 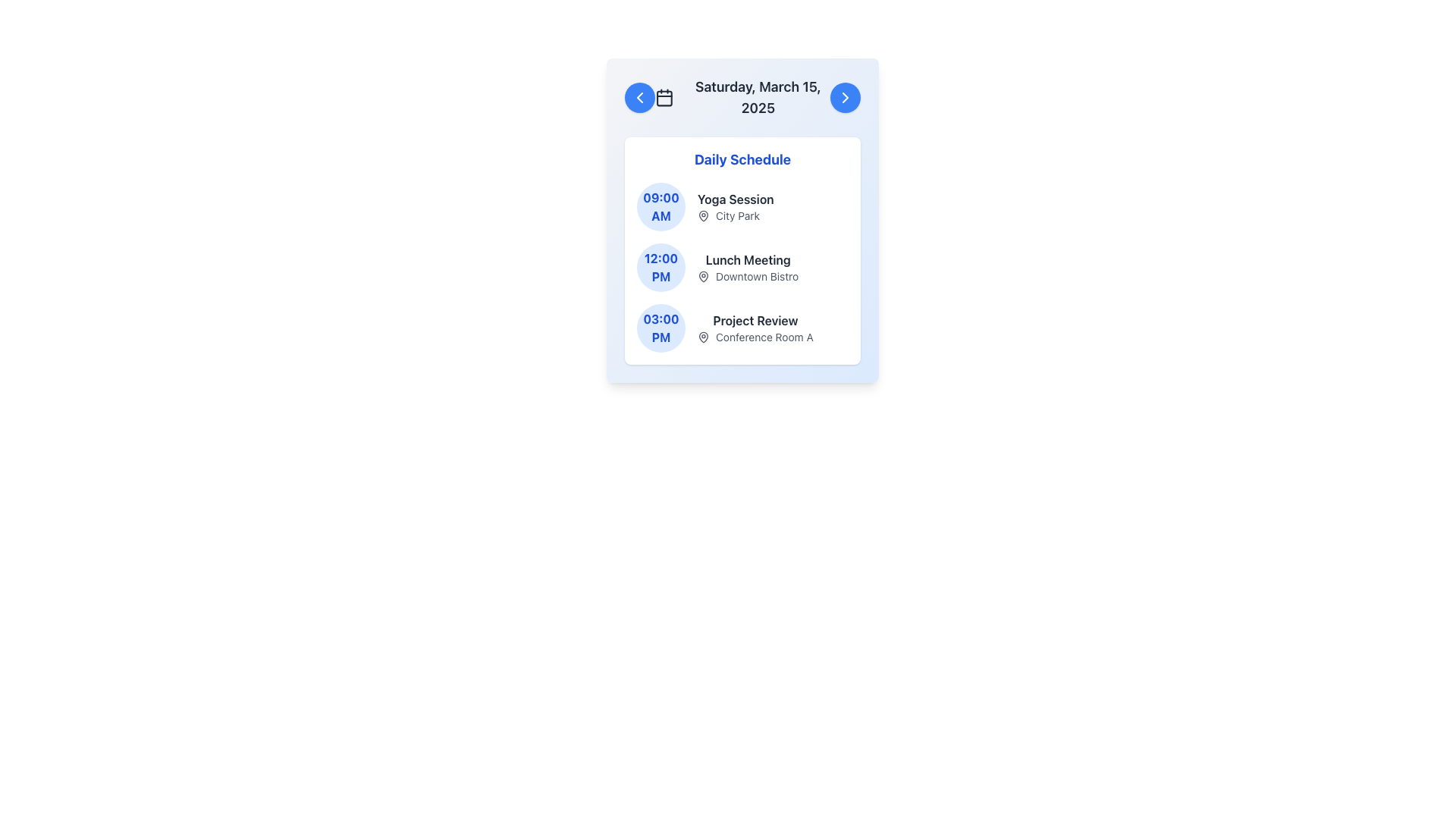 What do you see at coordinates (742, 97) in the screenshot?
I see `displayed date from the Text Label with Navigation Controls that shows 'Saturday, March 15, 2025', centrally located in the header section of the card-like component` at bounding box center [742, 97].